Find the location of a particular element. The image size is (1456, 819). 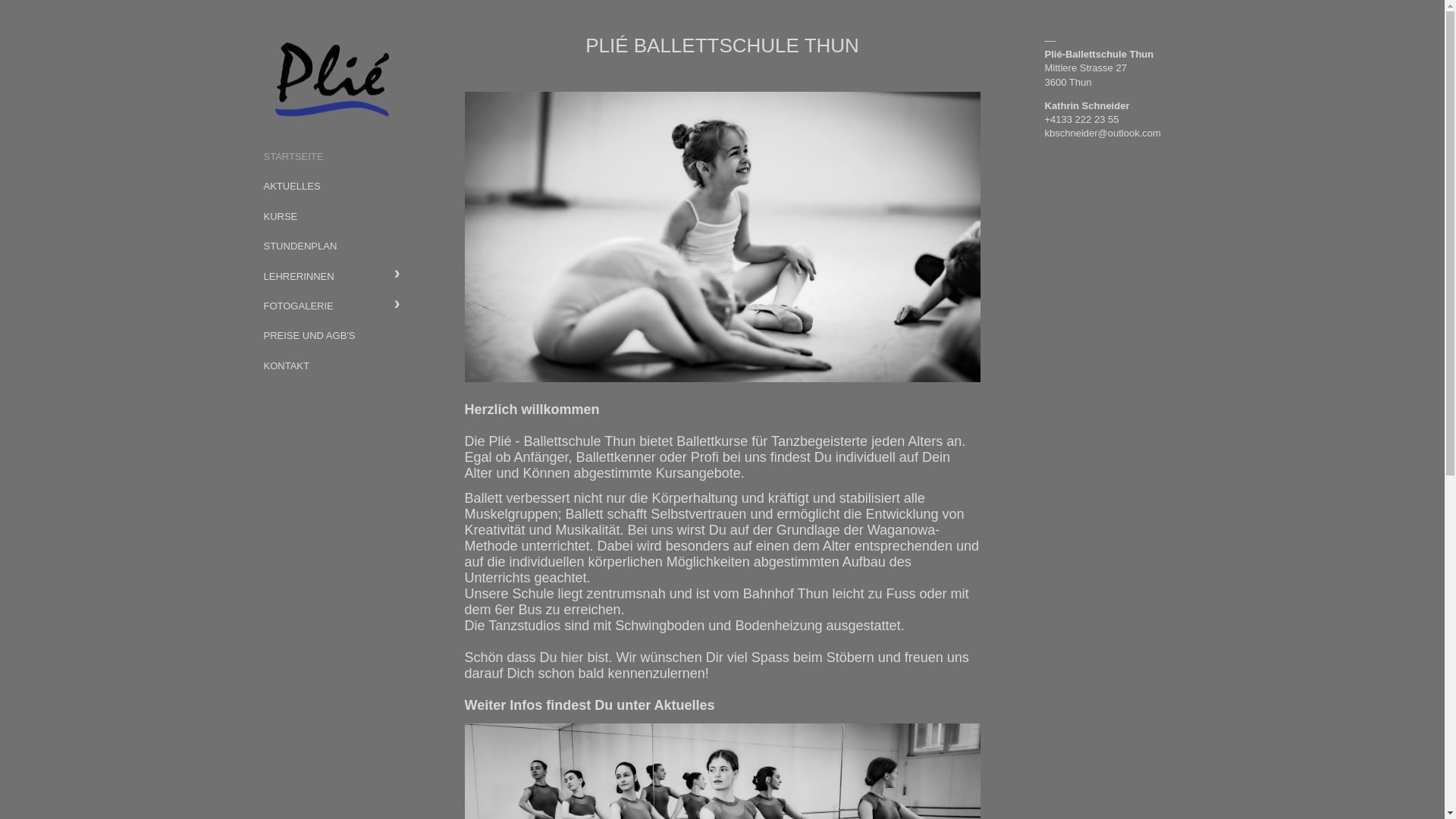

'FOTOGALERIE' is located at coordinates (330, 305).